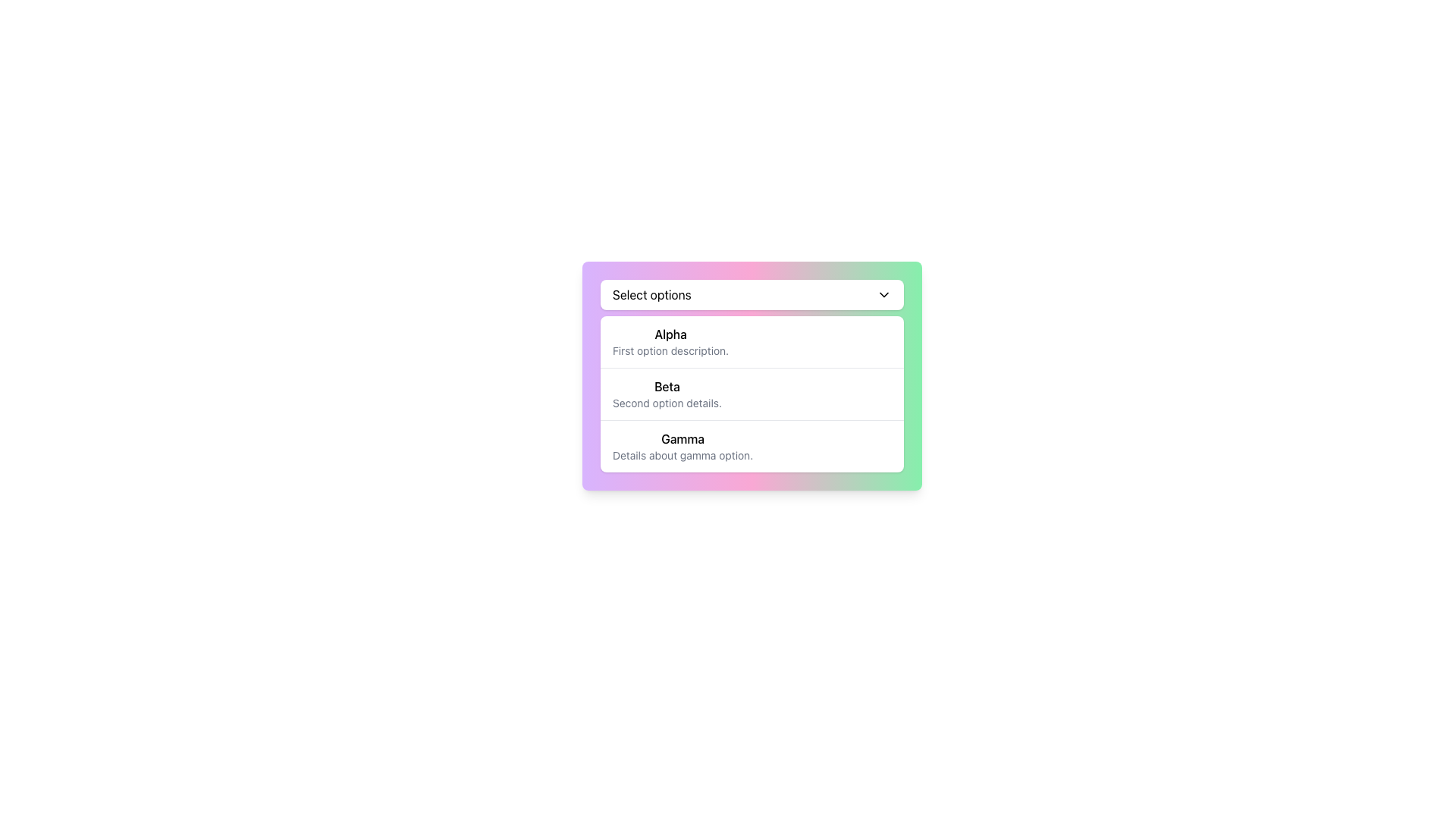 This screenshot has width=1456, height=819. Describe the element at coordinates (682, 455) in the screenshot. I see `the text element that says 'Details about gamma option.' which is styled in gray and located beneath the 'Gamma' heading in the dropdown list` at that location.